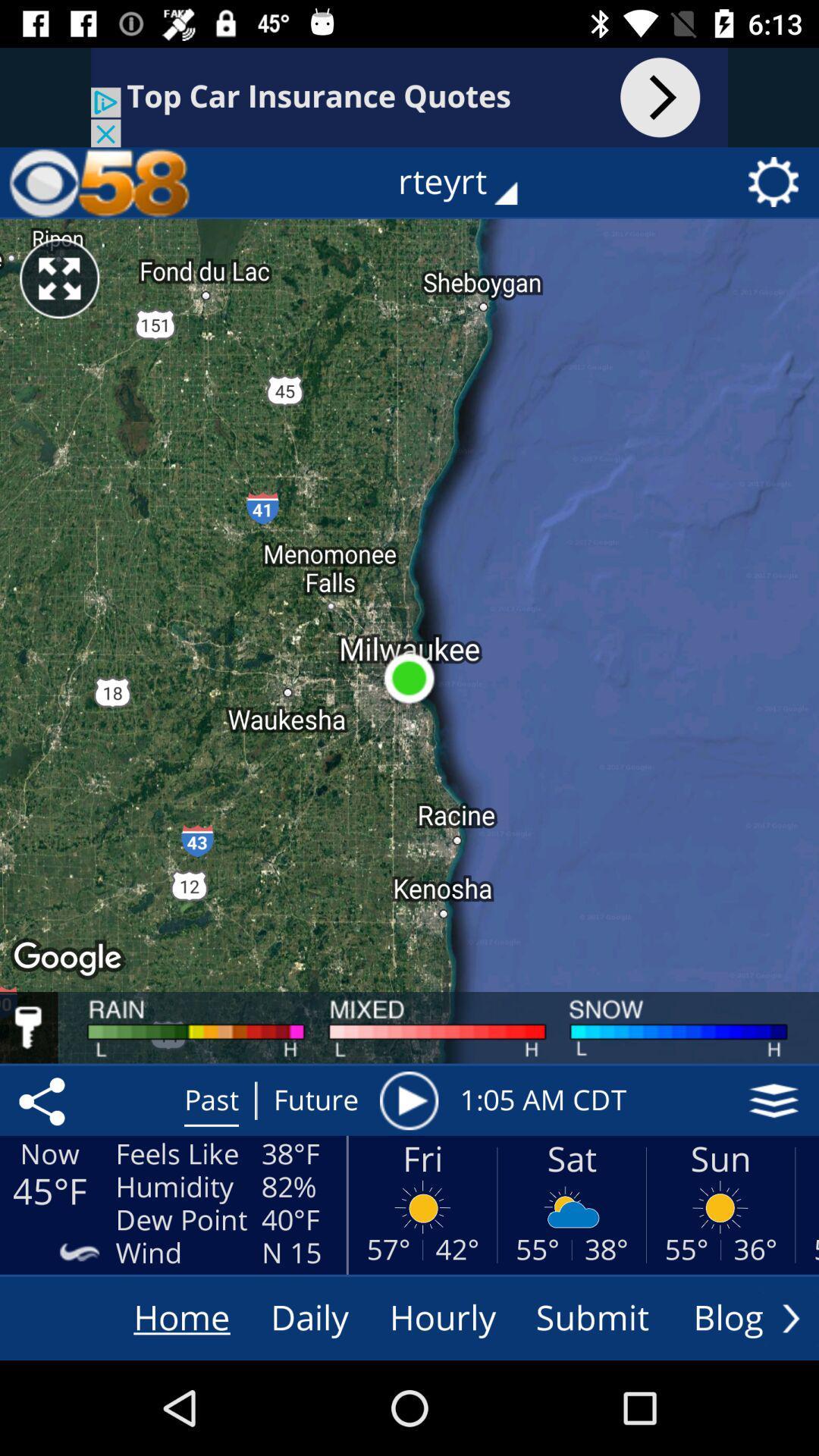  I want to click on the item next to rteyrt icon, so click(99, 182).